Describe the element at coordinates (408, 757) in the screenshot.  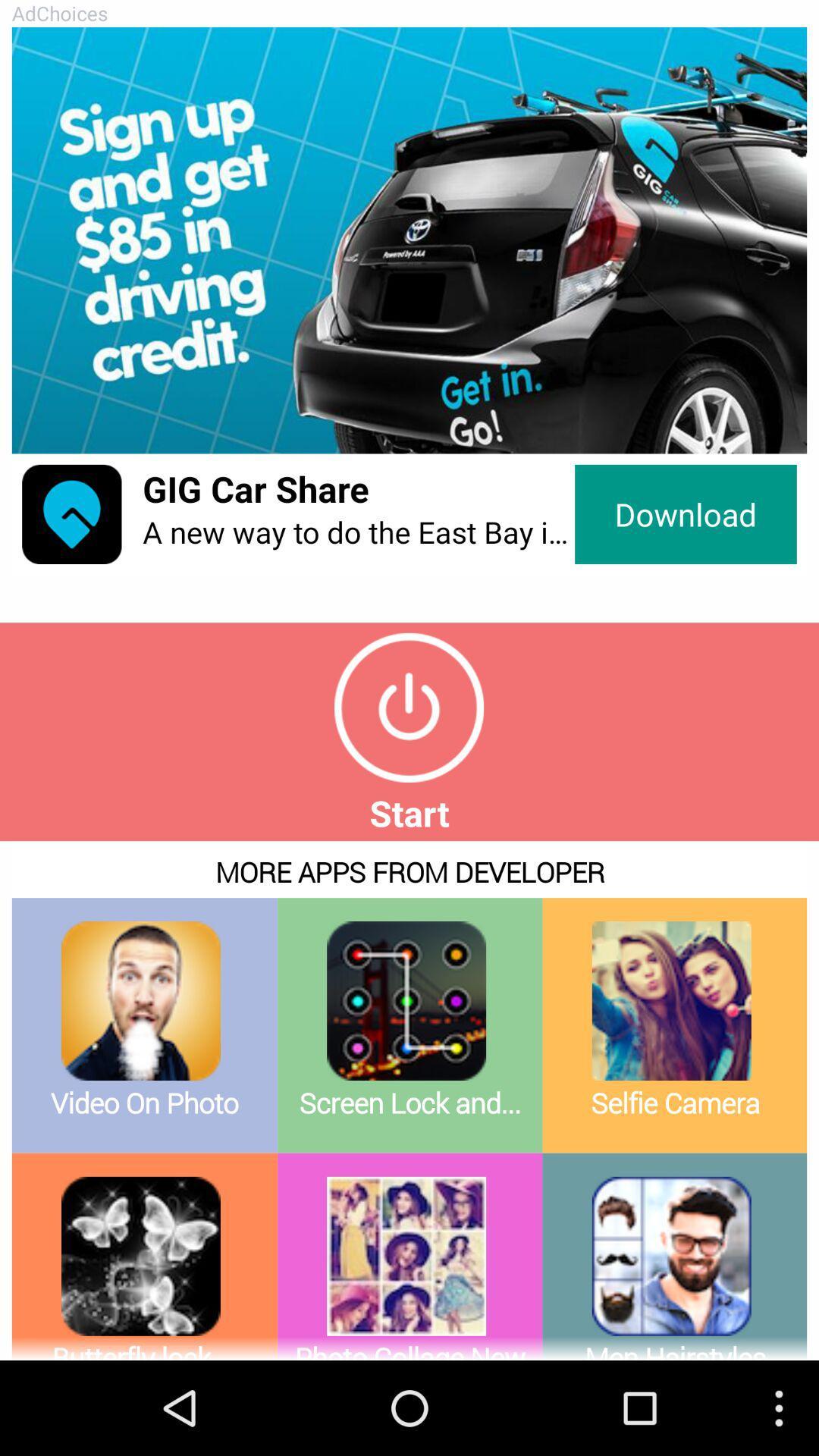
I see `the power icon` at that location.